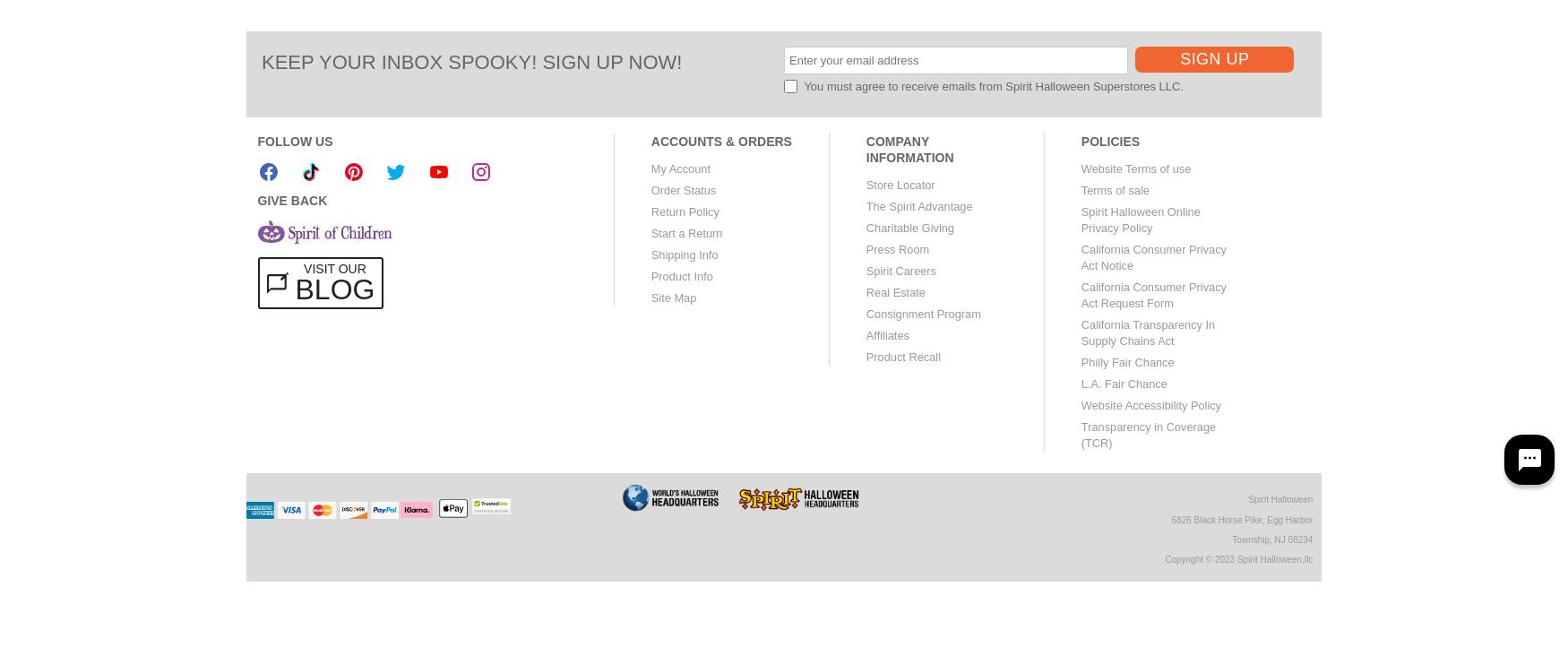 The image size is (1568, 647). Describe the element at coordinates (886, 335) in the screenshot. I see `'Affiliates'` at that location.